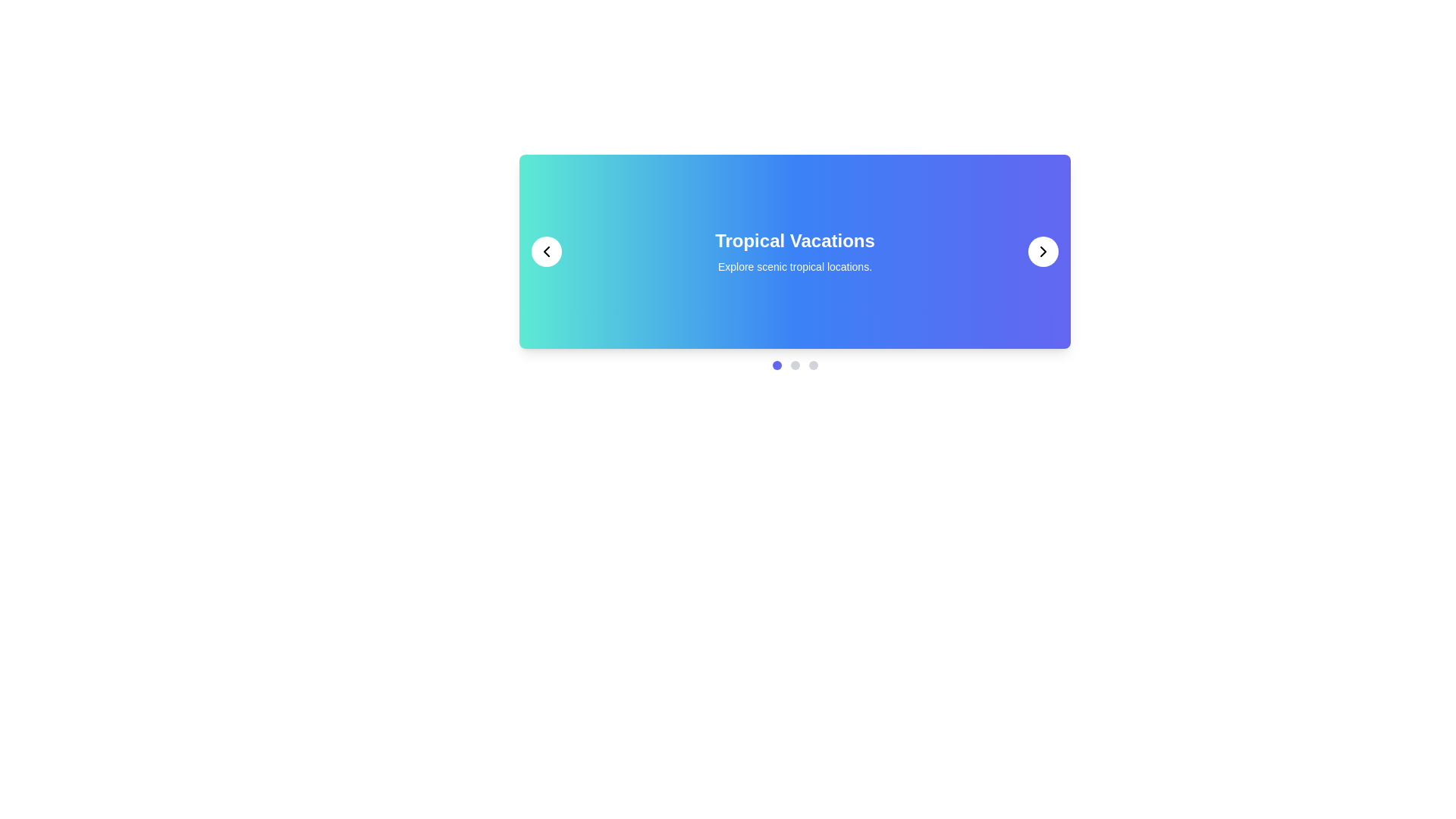  Describe the element at coordinates (812, 366) in the screenshot. I see `the third interactive indicator dot in the carousel` at that location.